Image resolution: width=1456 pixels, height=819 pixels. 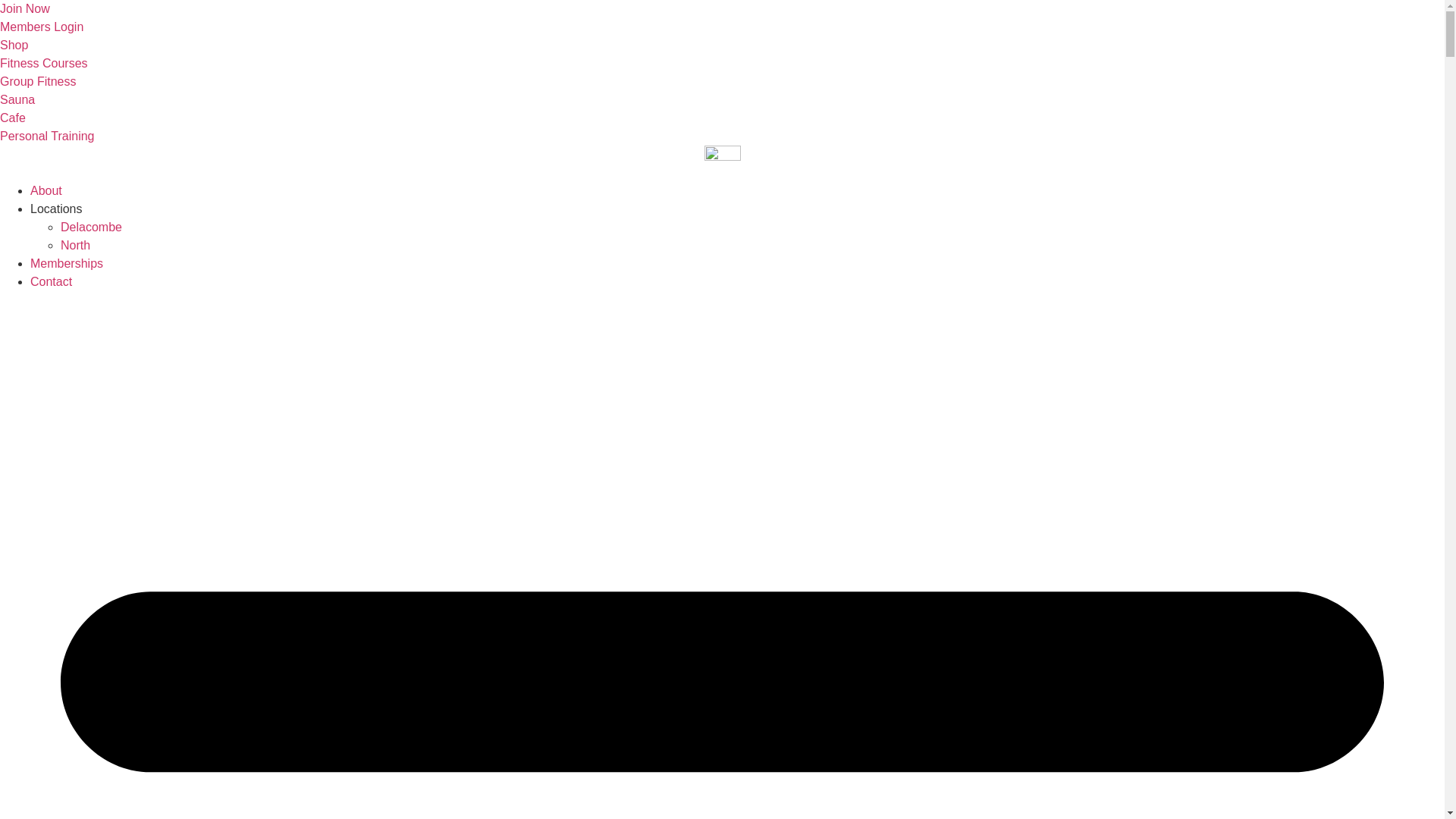 What do you see at coordinates (61, 244) in the screenshot?
I see `'North'` at bounding box center [61, 244].